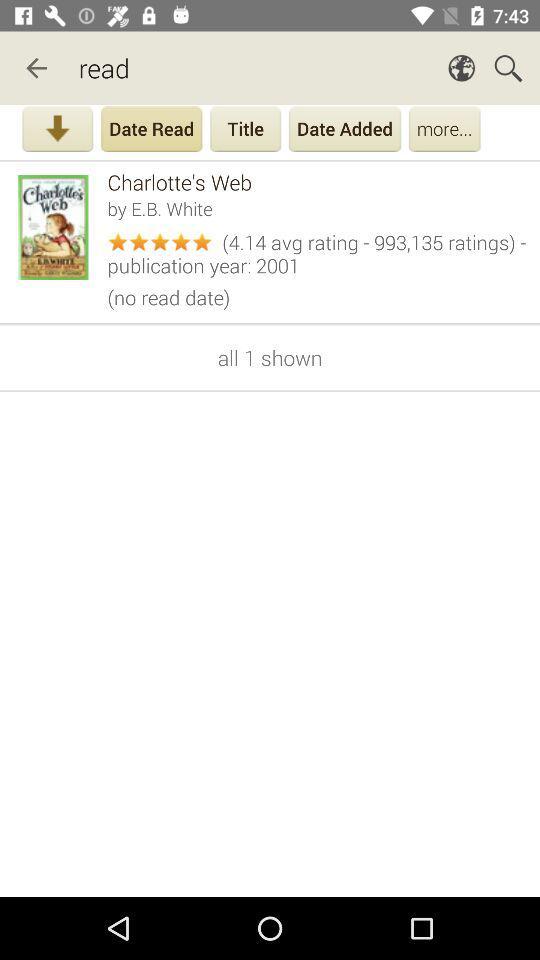  I want to click on icon below the by e b icon, so click(317, 250).